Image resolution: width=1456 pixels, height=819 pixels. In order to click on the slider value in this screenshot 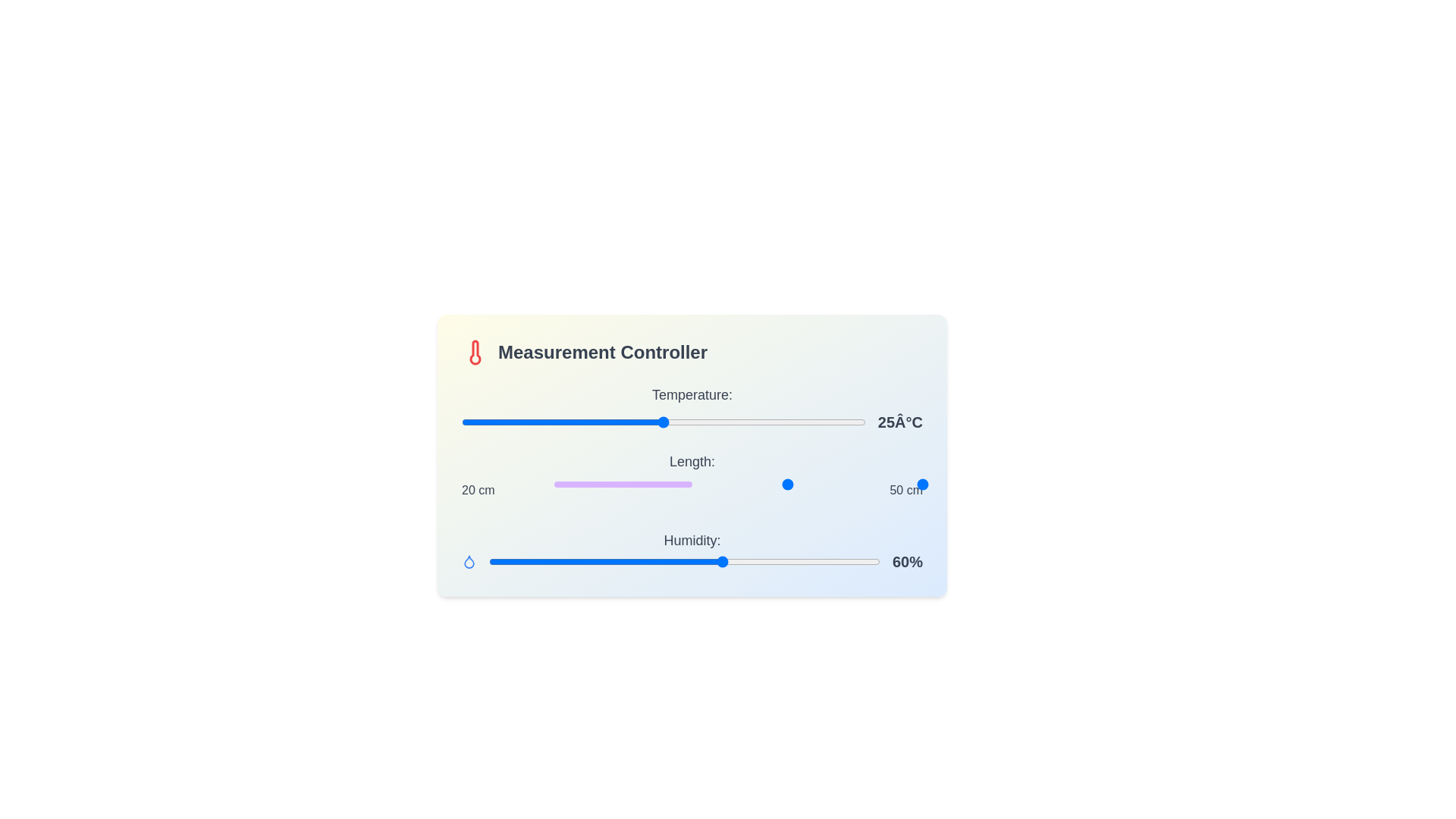, I will do `click(696, 485)`.